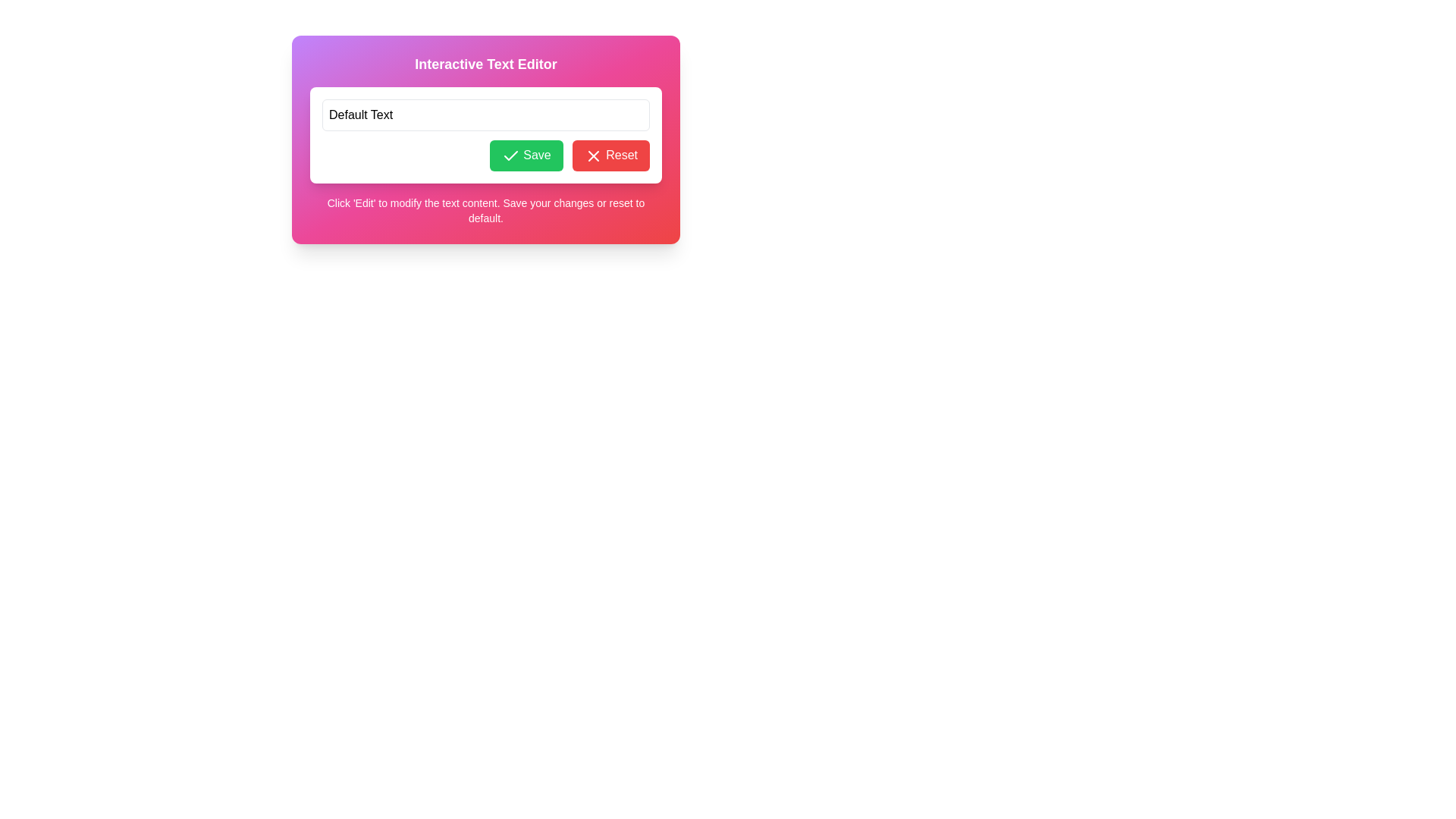 This screenshot has height=819, width=1456. Describe the element at coordinates (486, 210) in the screenshot. I see `the instructional tooltip text display located at the bottom of the 'Interactive Text Editor' card, which describes the functionality of the interactive components above it` at that location.